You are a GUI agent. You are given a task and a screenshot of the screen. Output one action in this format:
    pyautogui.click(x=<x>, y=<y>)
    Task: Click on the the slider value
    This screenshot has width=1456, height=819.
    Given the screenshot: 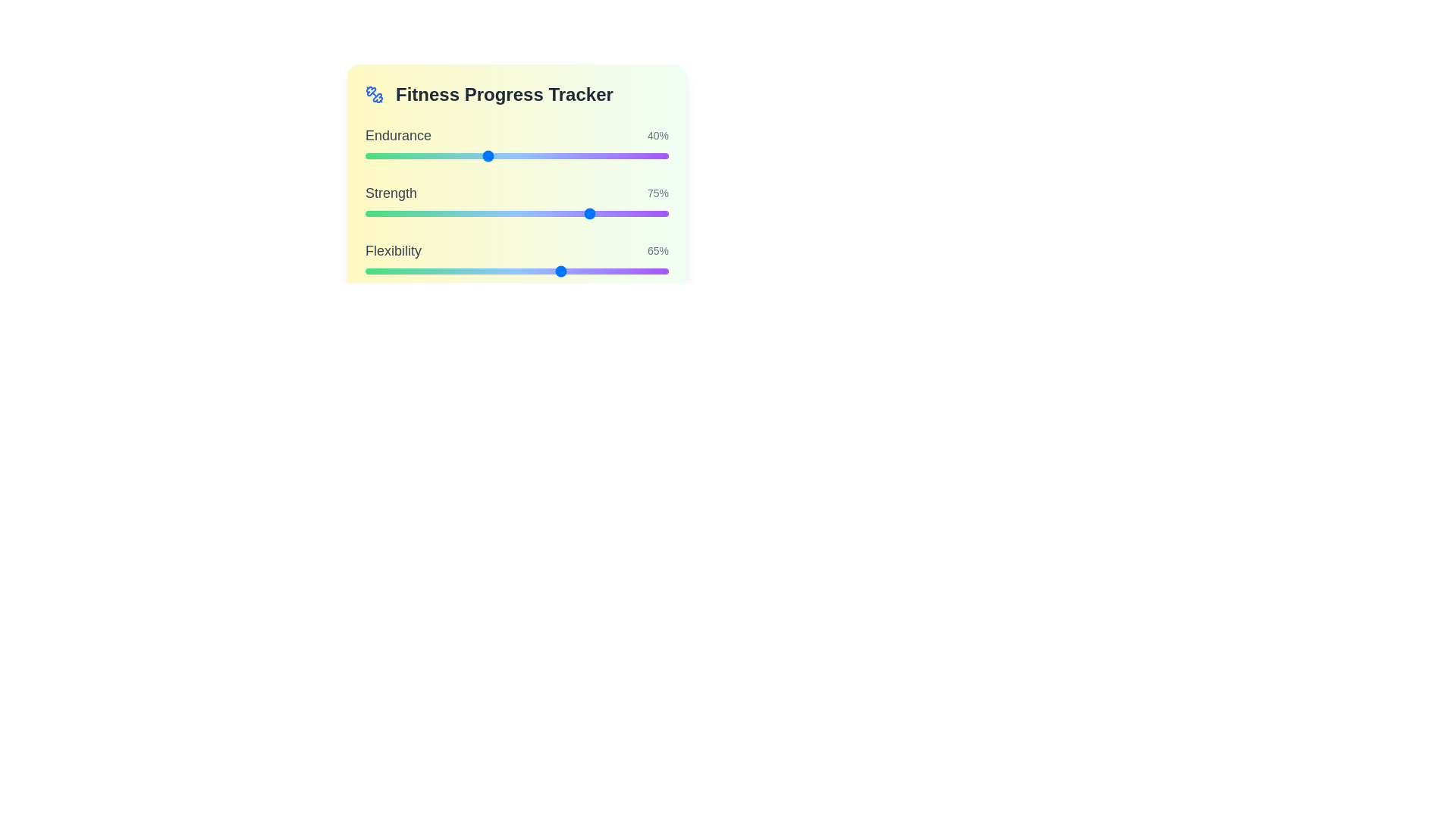 What is the action you would take?
    pyautogui.click(x=623, y=213)
    